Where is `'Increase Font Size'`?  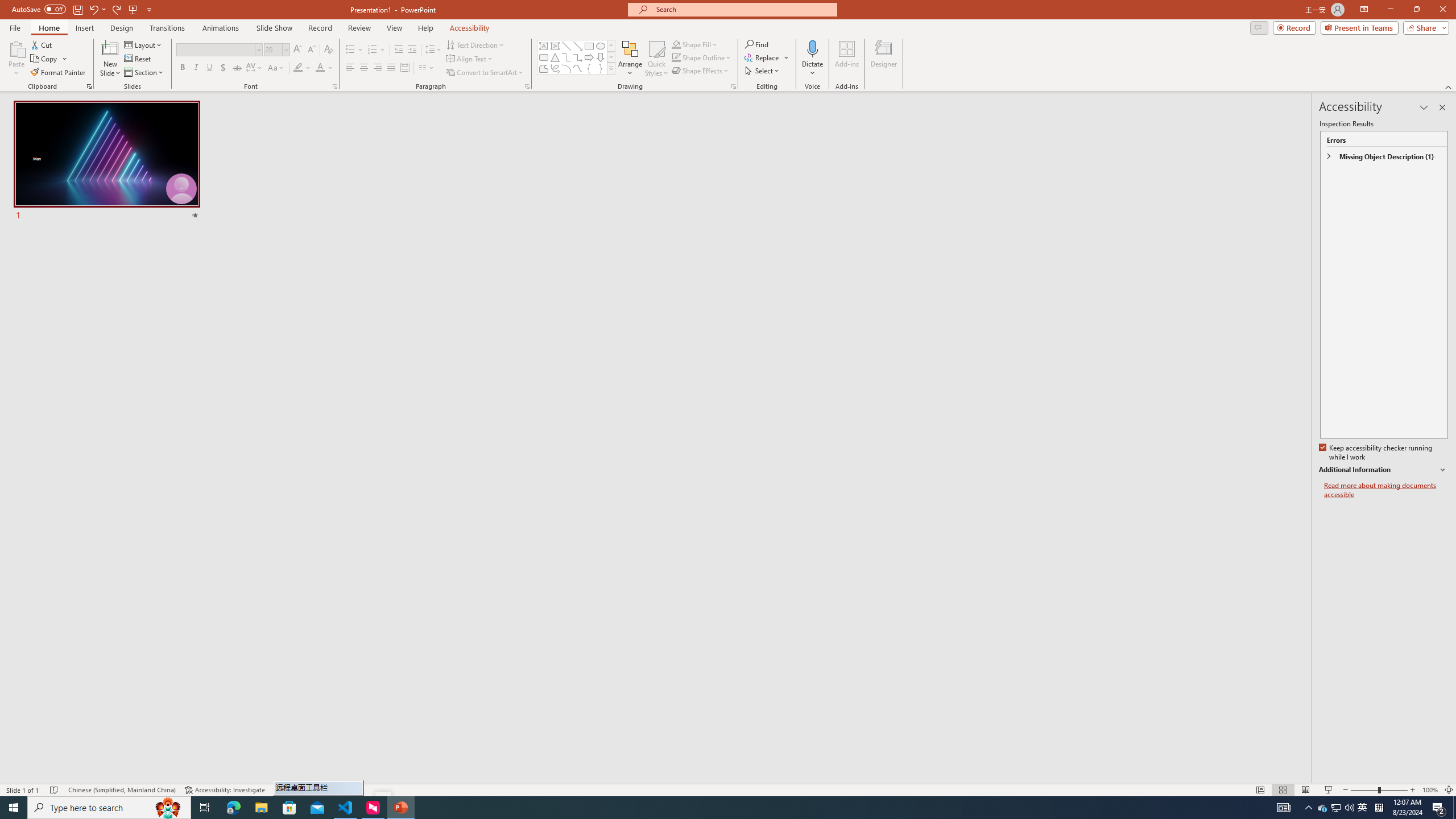
'Increase Font Size' is located at coordinates (297, 49).